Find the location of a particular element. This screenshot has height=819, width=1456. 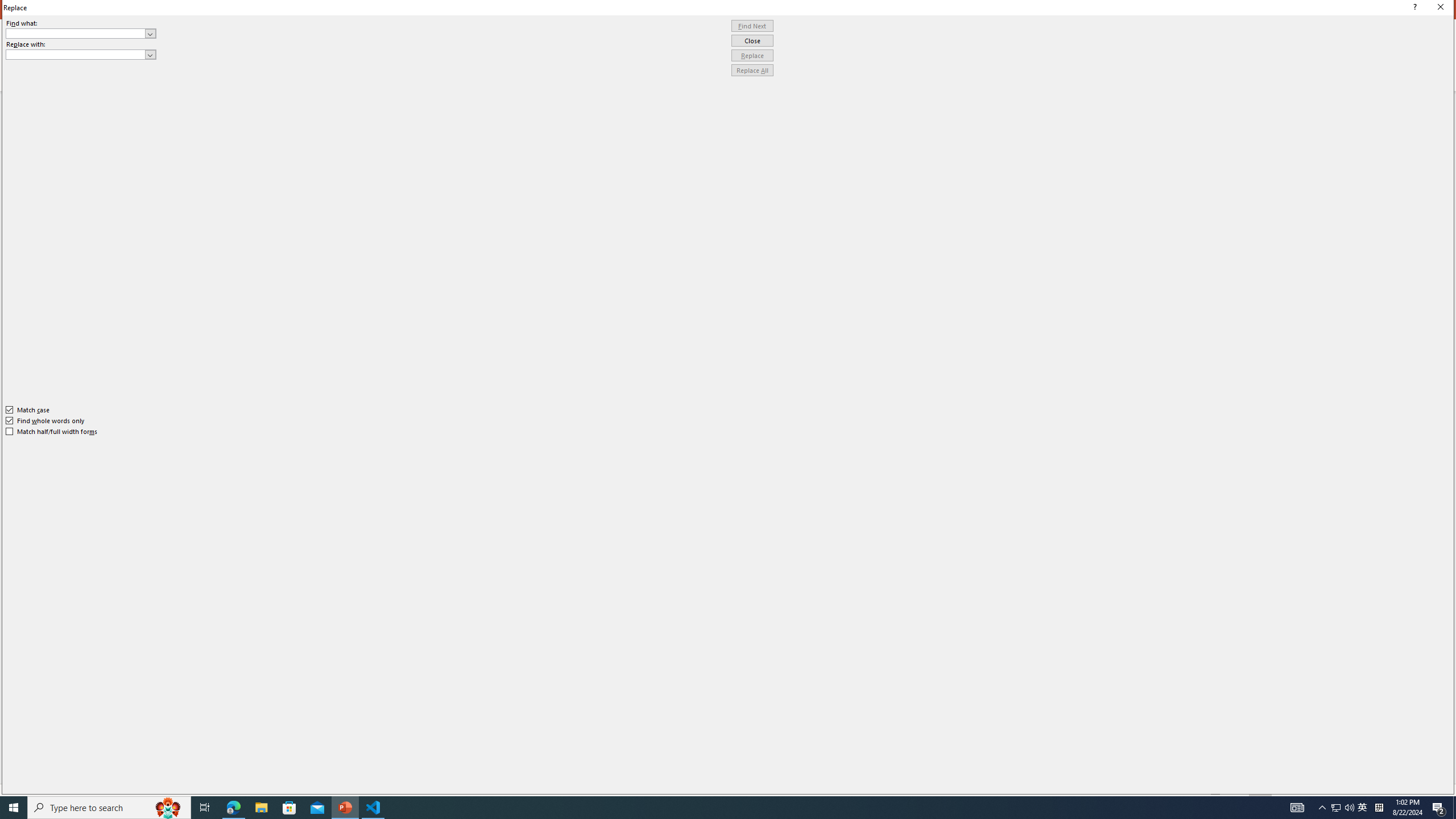

'Match half/full width forms' is located at coordinates (52, 431).